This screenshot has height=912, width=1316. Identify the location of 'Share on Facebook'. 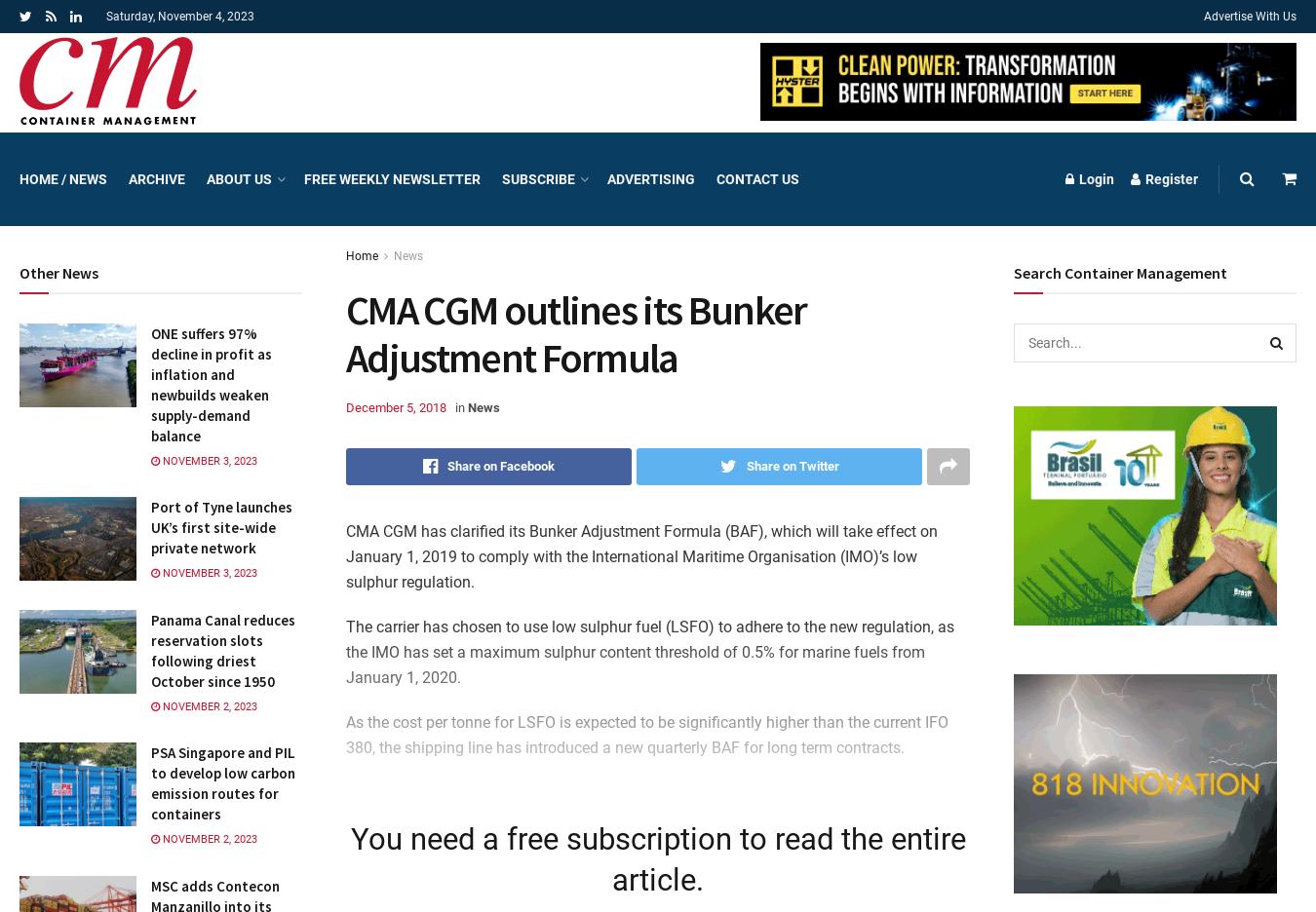
(499, 465).